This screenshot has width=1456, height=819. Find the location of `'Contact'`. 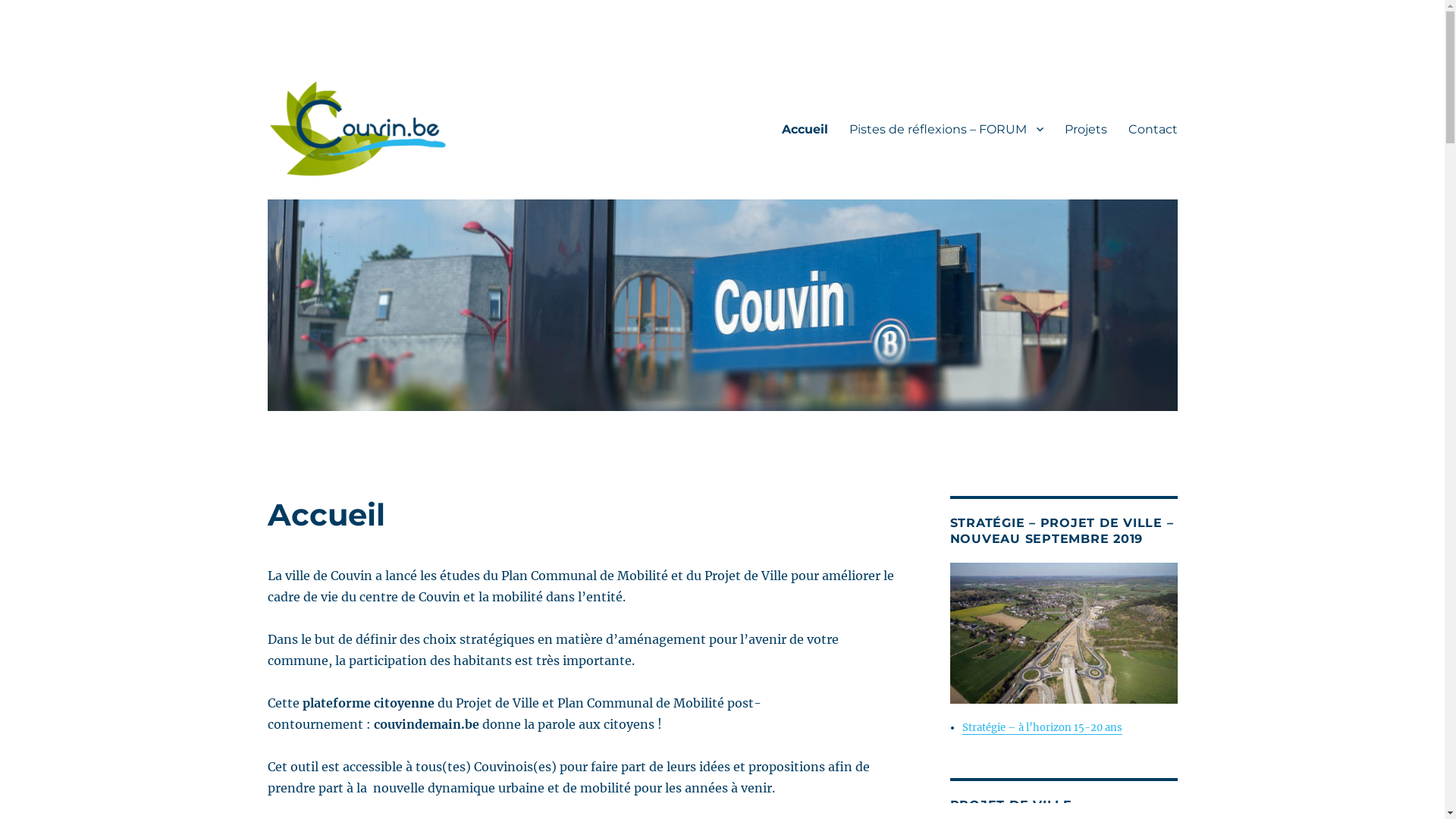

'Contact' is located at coordinates (1117, 127).